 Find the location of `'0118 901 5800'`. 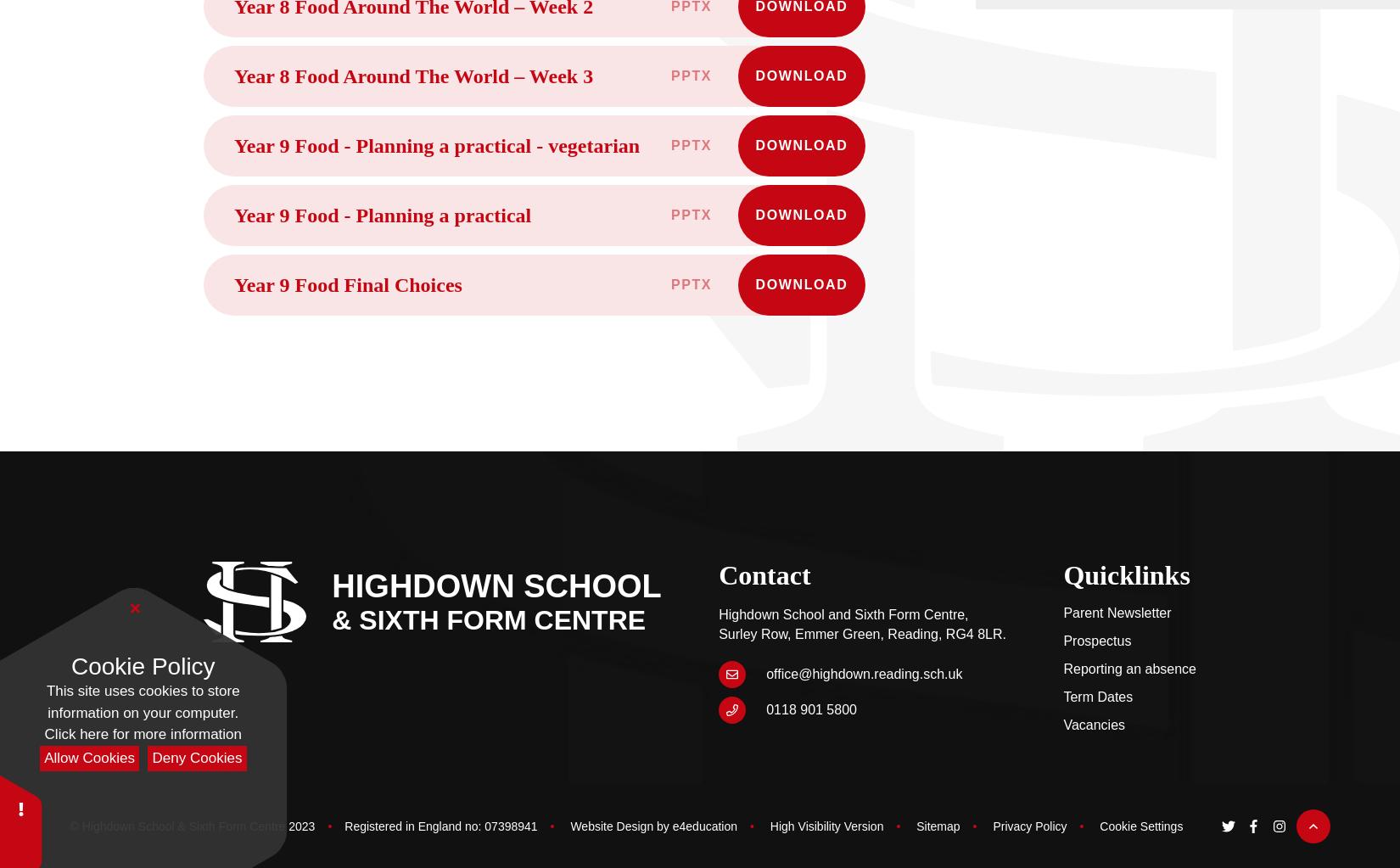

'0118 901 5800' is located at coordinates (766, 708).